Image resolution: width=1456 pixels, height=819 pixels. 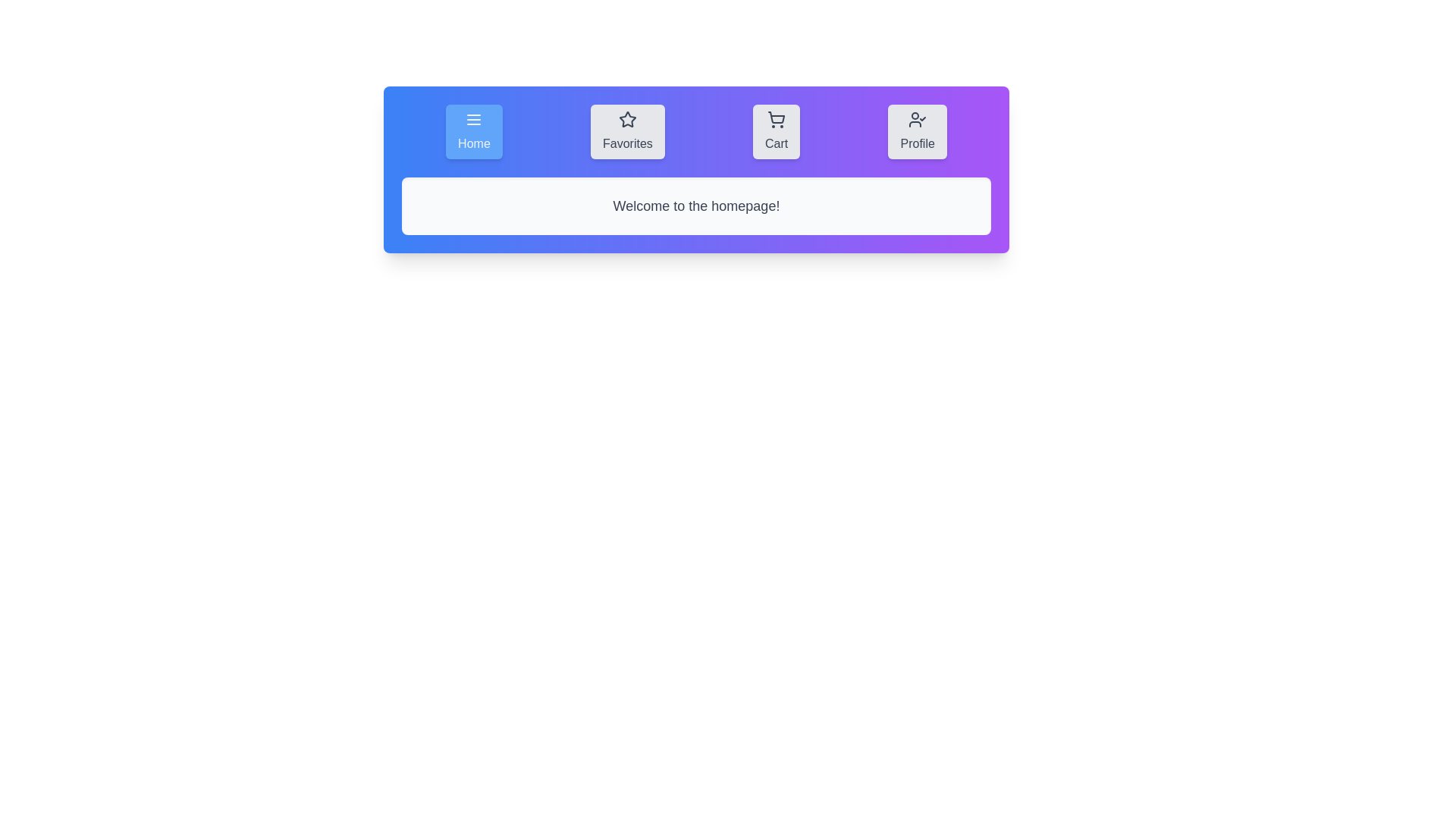 What do you see at coordinates (473, 119) in the screenshot?
I see `the three-line horizontal menu icon located within the 'Home' button in the top navigation bar` at bounding box center [473, 119].